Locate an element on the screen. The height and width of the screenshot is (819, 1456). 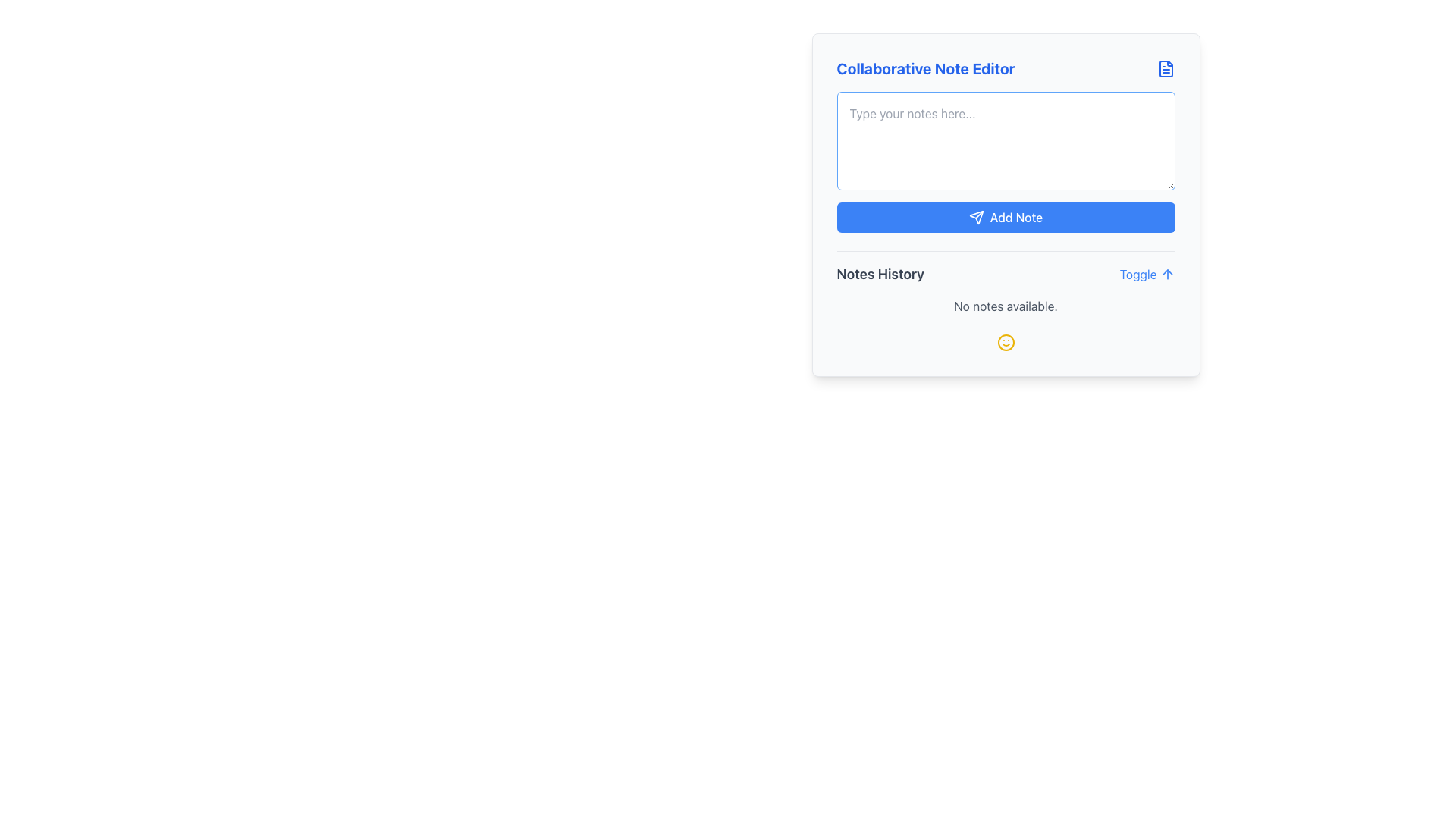
the SVG icon located inside the 'Add Note' button, which enhances the button's recognizability and suggests an action related to sending or submitting is located at coordinates (976, 217).